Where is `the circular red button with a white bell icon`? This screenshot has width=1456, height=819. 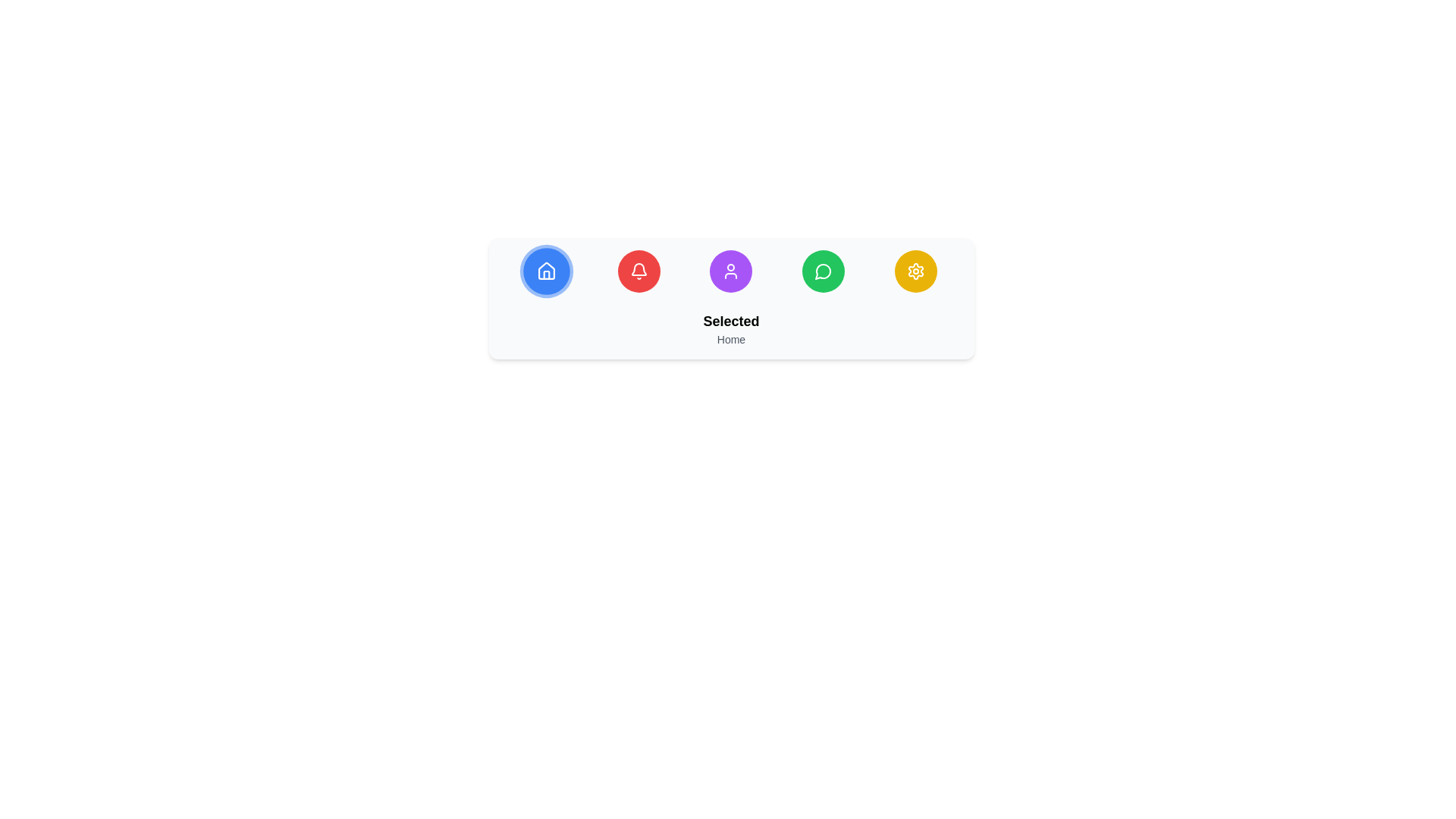 the circular red button with a white bell icon is located at coordinates (639, 271).